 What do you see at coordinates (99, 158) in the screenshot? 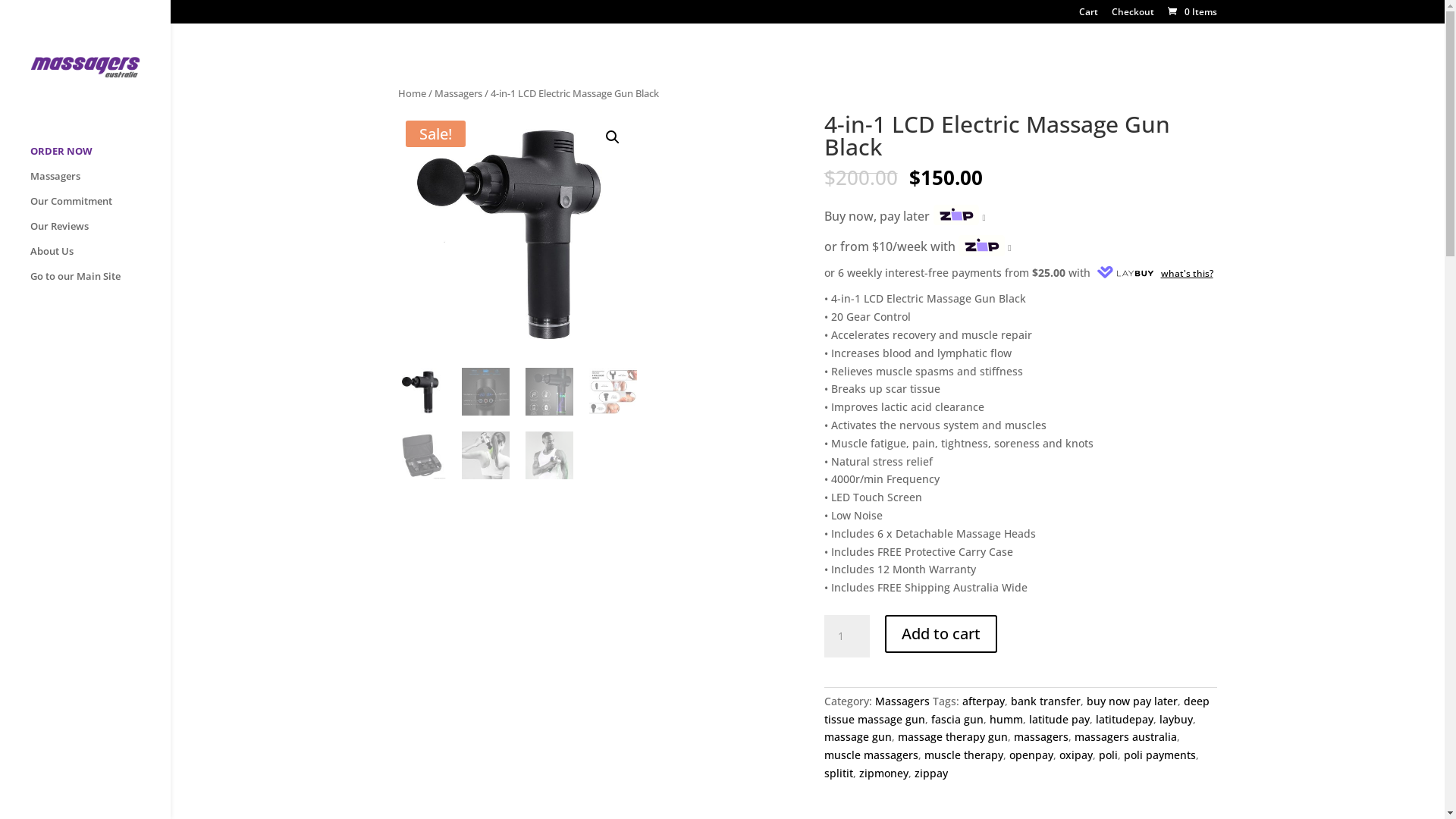
I see `'ORDER NOW'` at bounding box center [99, 158].